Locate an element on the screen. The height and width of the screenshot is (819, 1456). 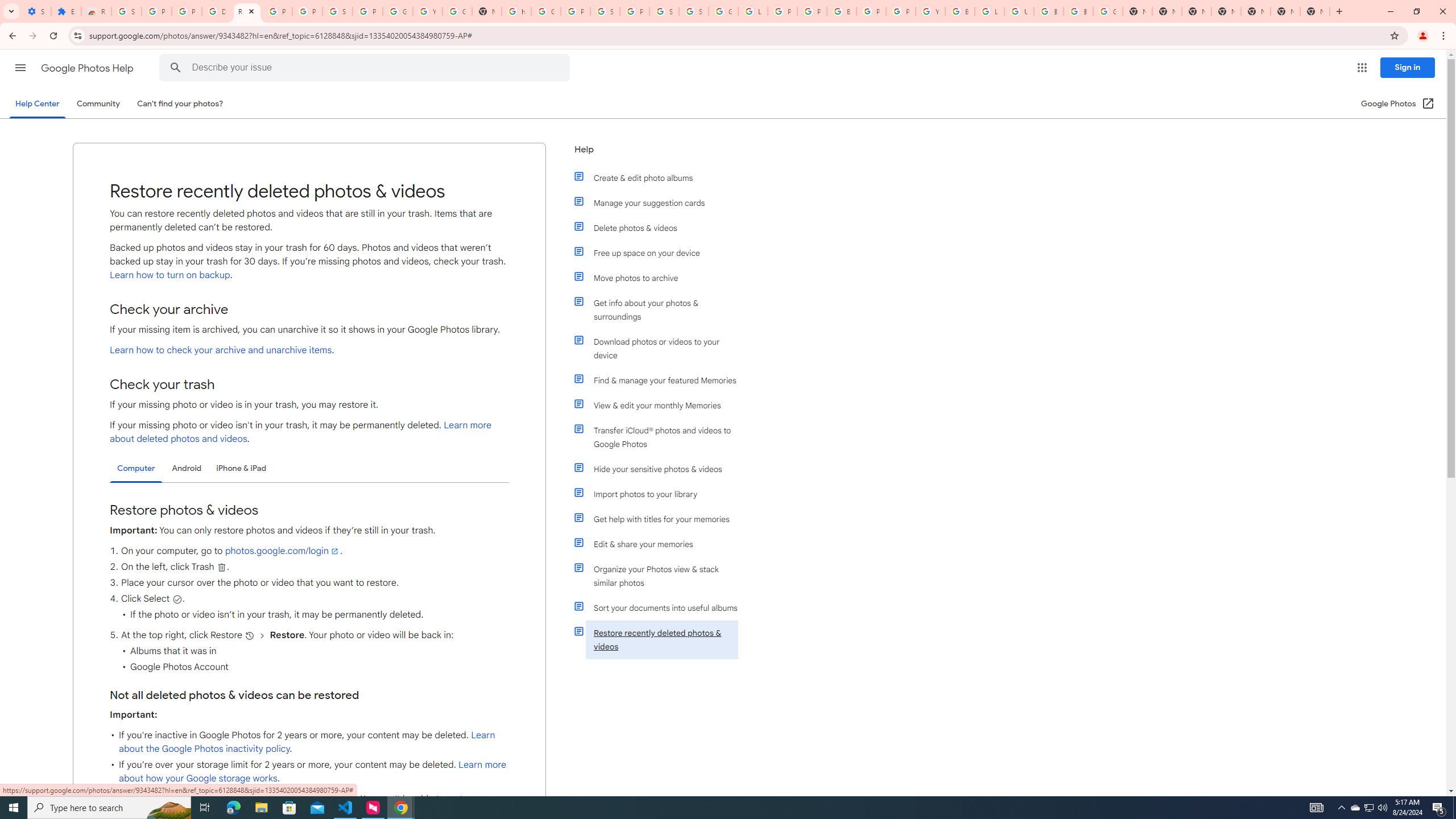
'Organize your Photos view & stack similar photos' is located at coordinates (661, 576).